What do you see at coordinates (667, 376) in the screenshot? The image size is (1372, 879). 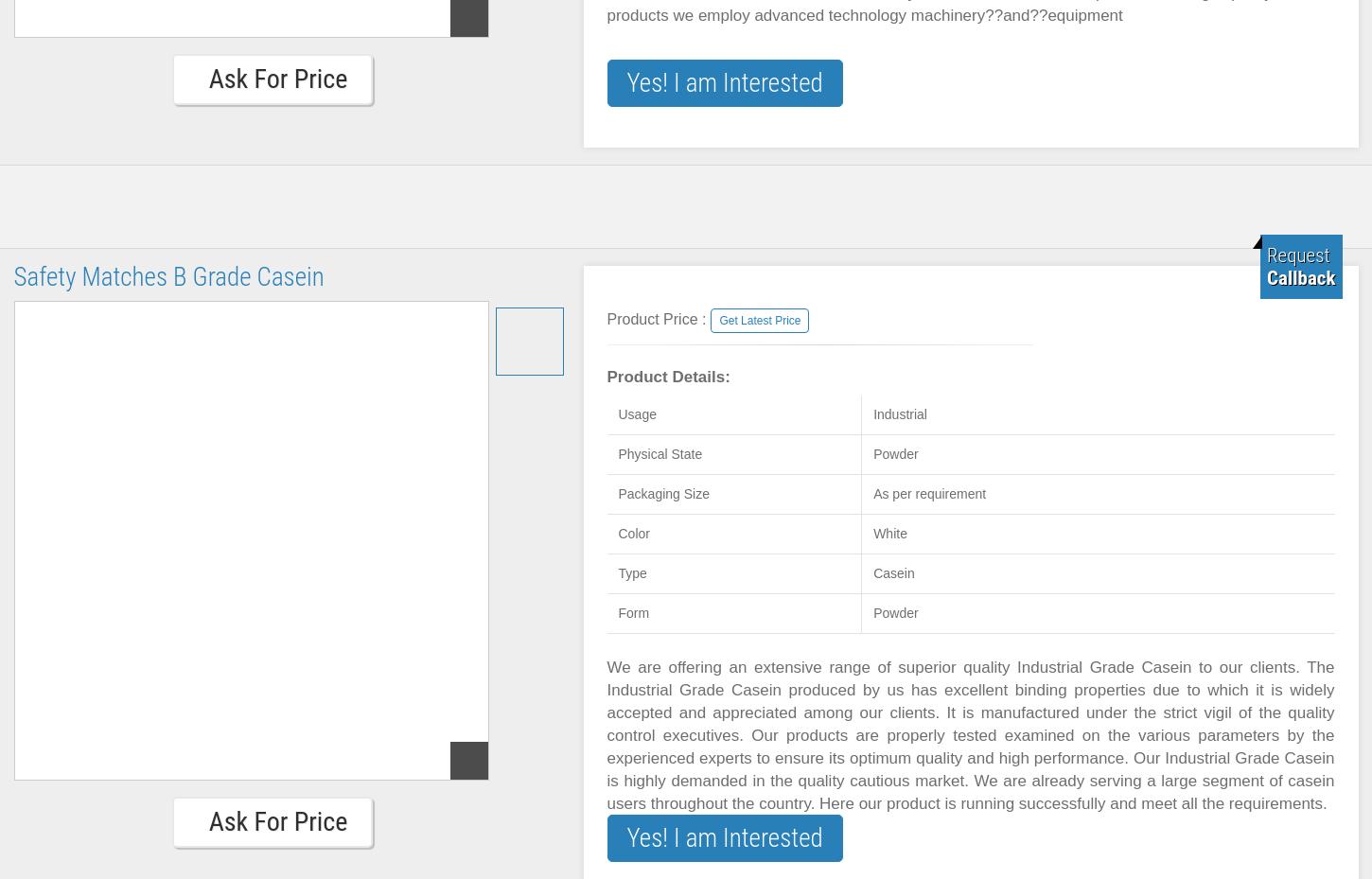 I see `'Product Details:'` at bounding box center [667, 376].